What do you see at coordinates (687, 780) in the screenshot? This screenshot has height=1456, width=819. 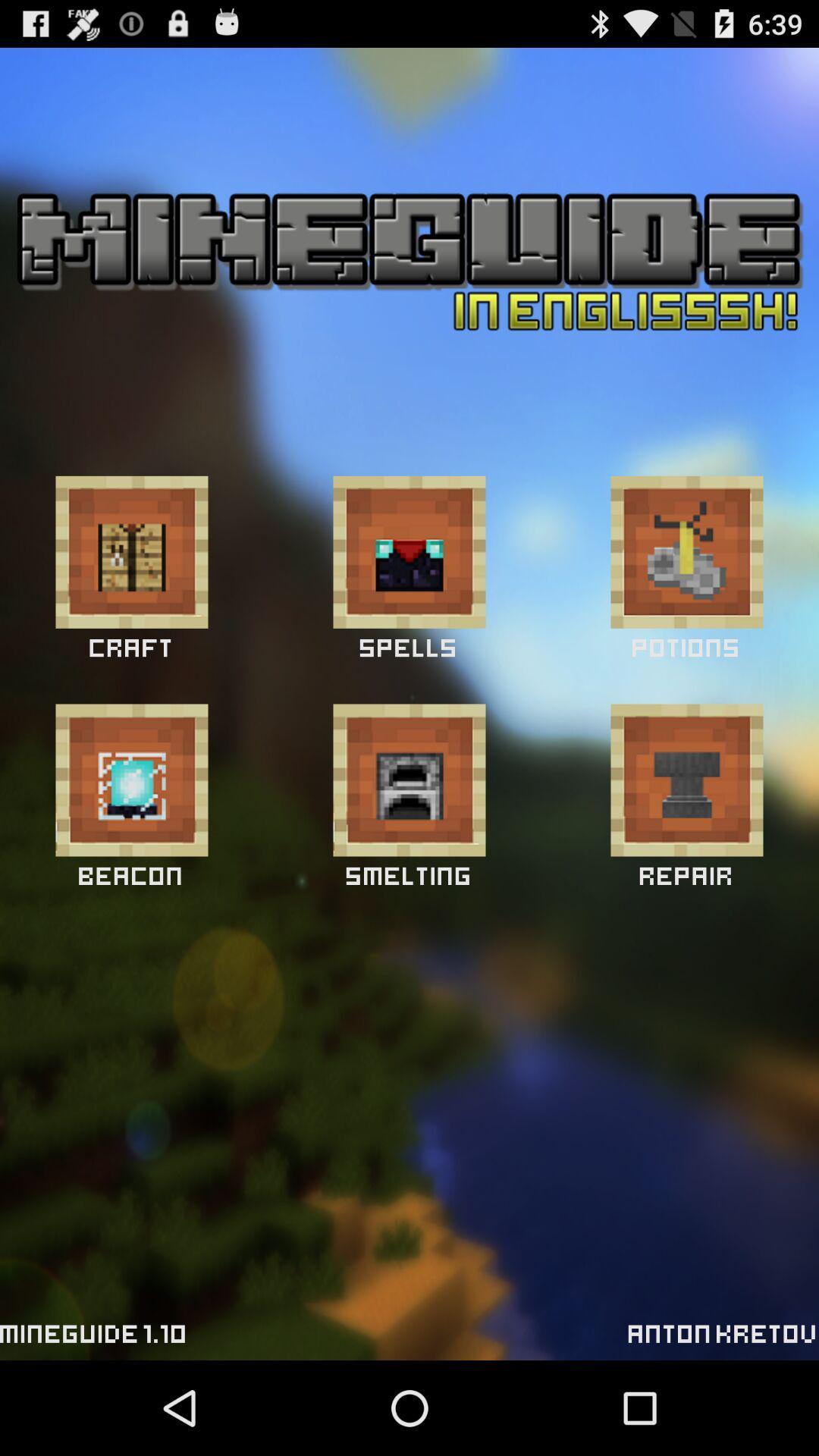 I see `craft item` at bounding box center [687, 780].